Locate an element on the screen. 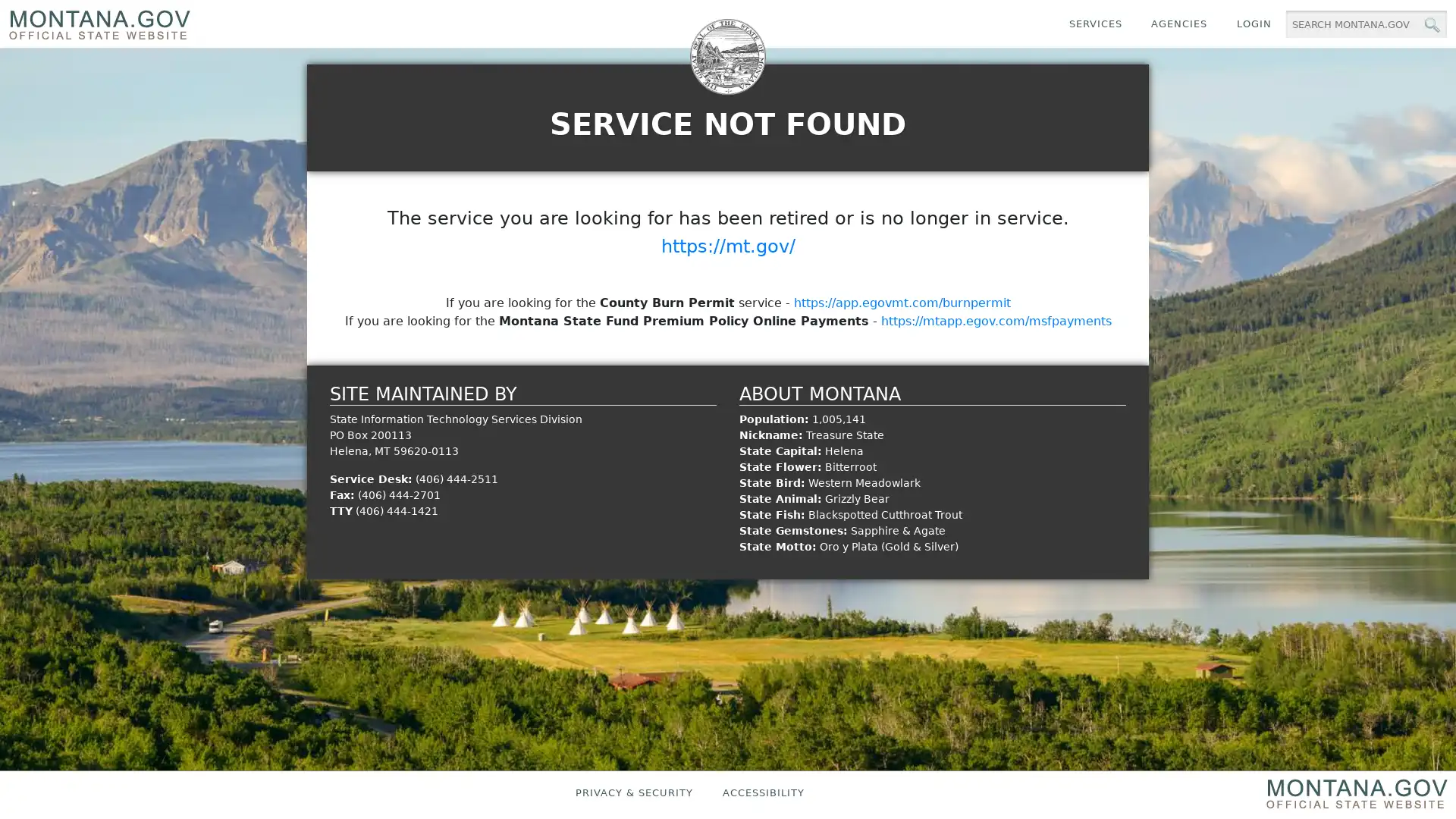  MT.gov Search Button is located at coordinates (1430, 25).